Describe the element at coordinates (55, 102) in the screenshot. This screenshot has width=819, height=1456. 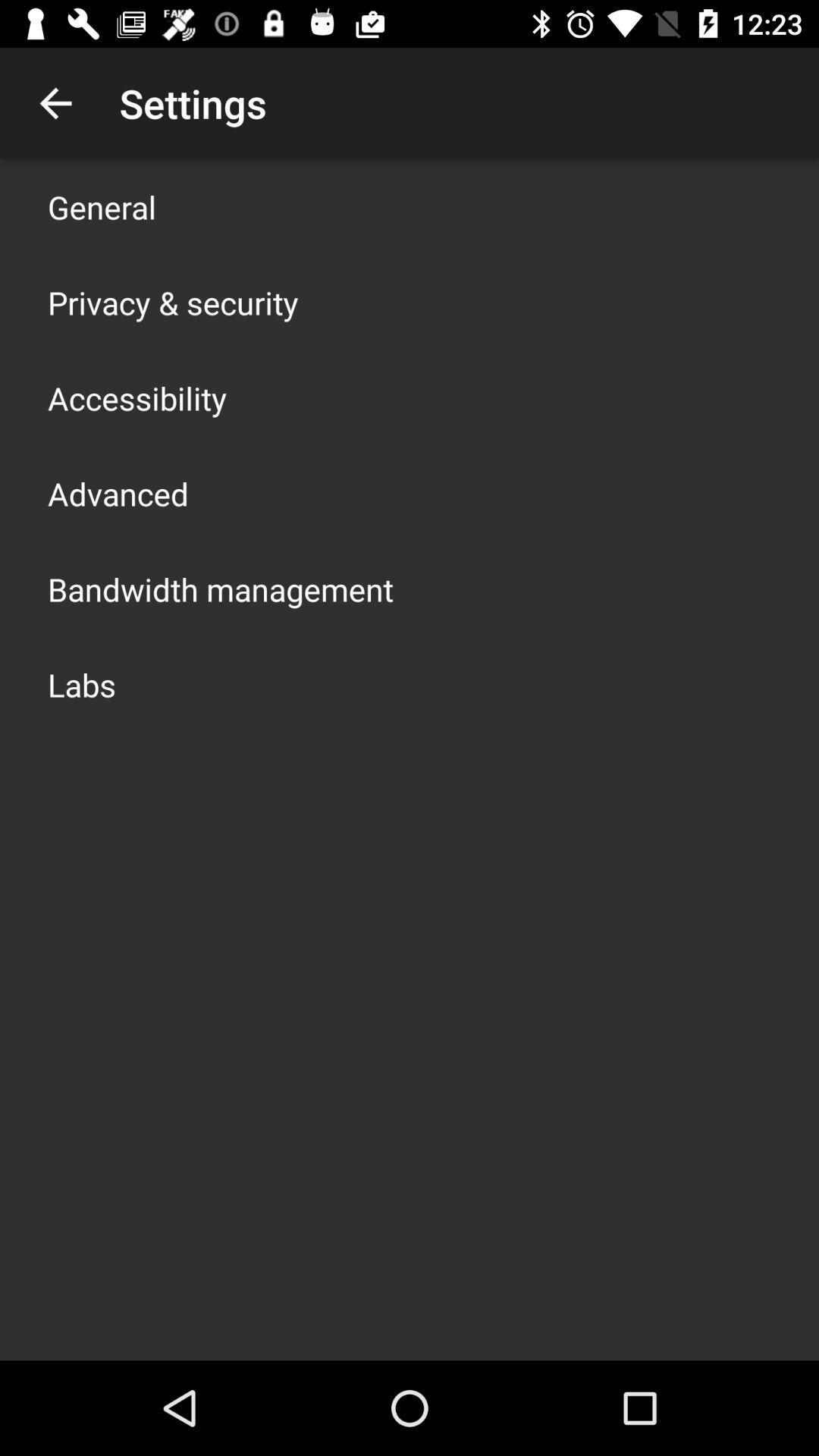
I see `the app above the general item` at that location.